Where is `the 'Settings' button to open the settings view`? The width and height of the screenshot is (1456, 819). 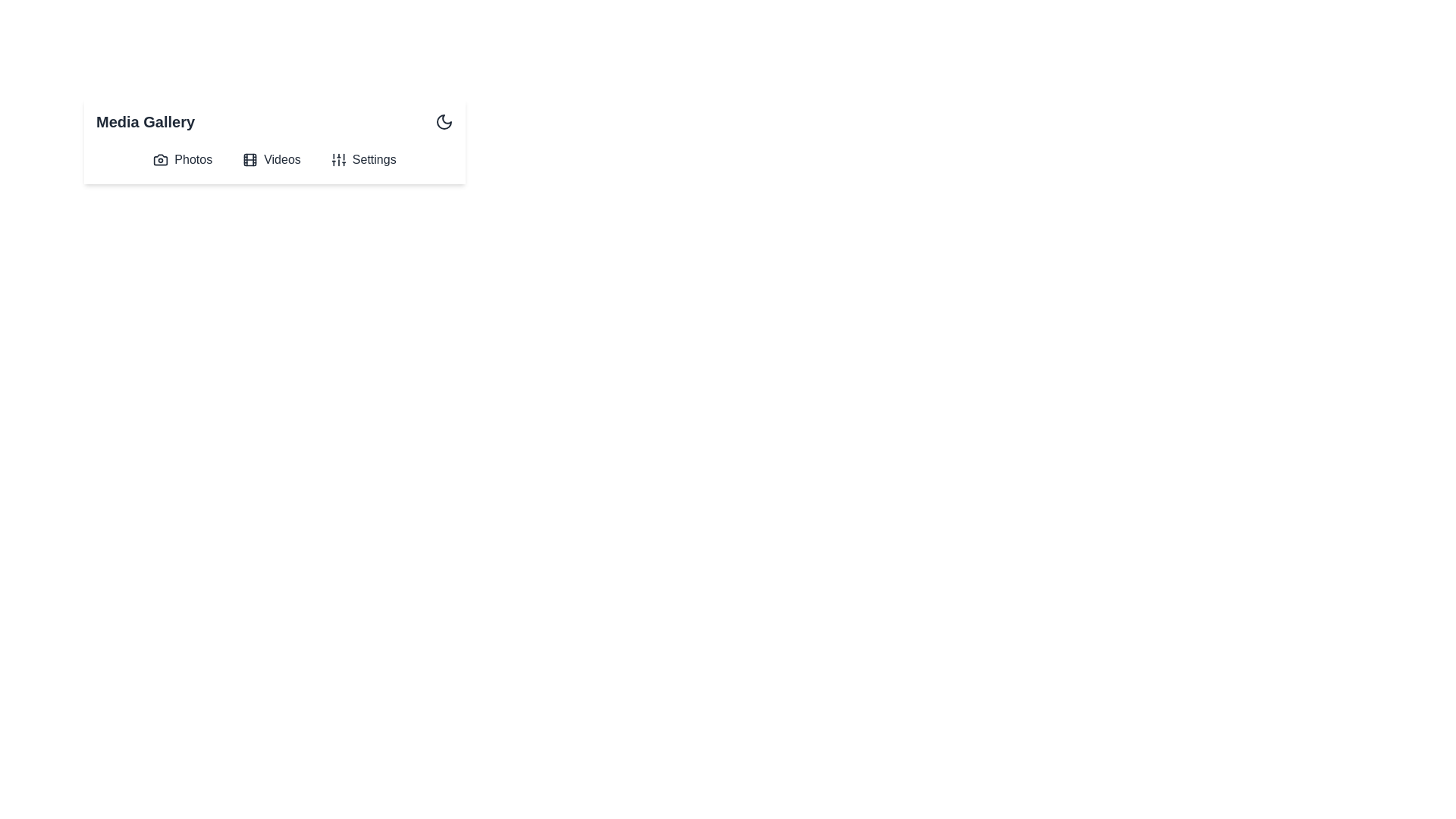 the 'Settings' button to open the settings view is located at coordinates (362, 160).